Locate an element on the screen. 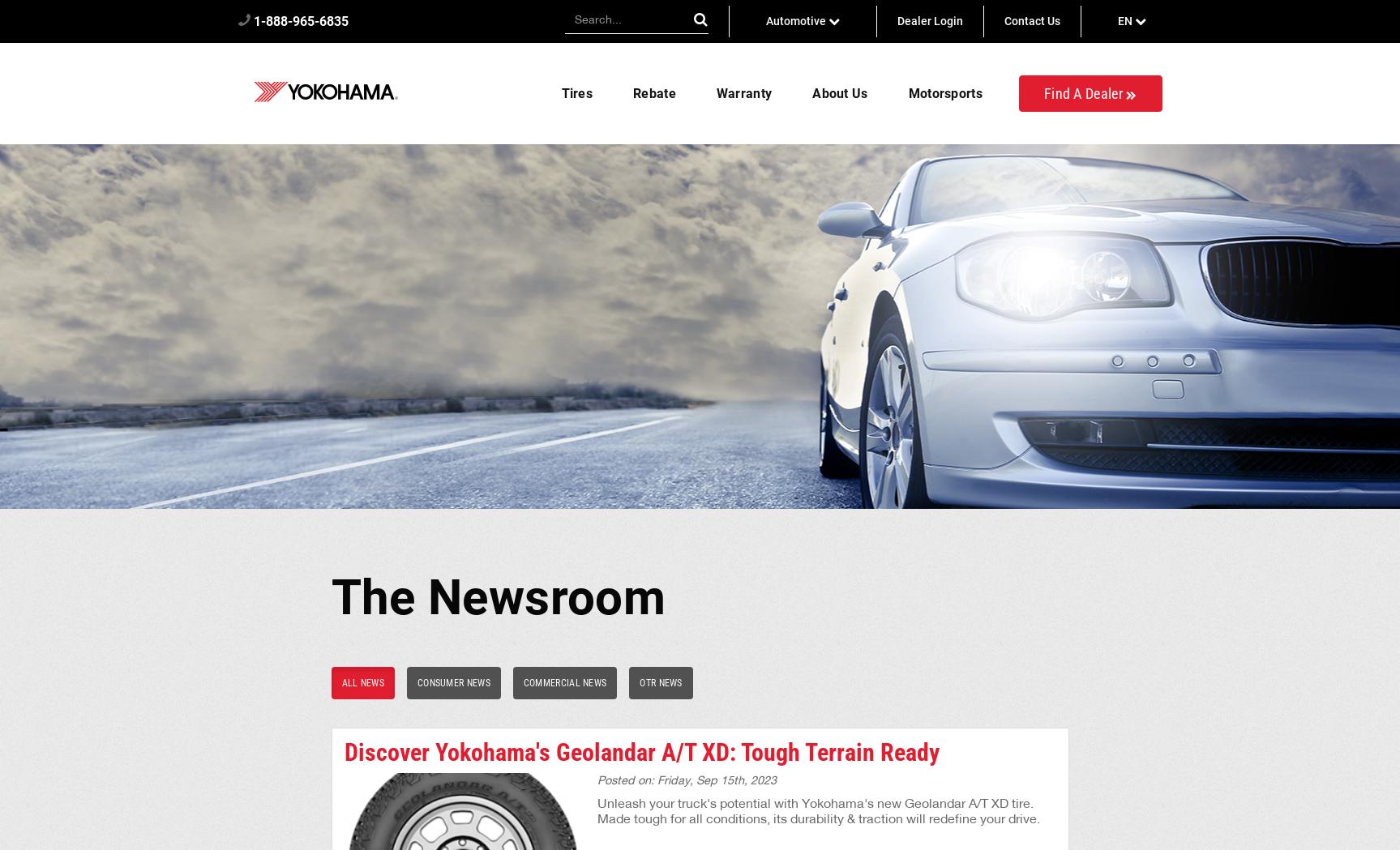 The image size is (1400, 850). 'Automotive' is located at coordinates (796, 20).